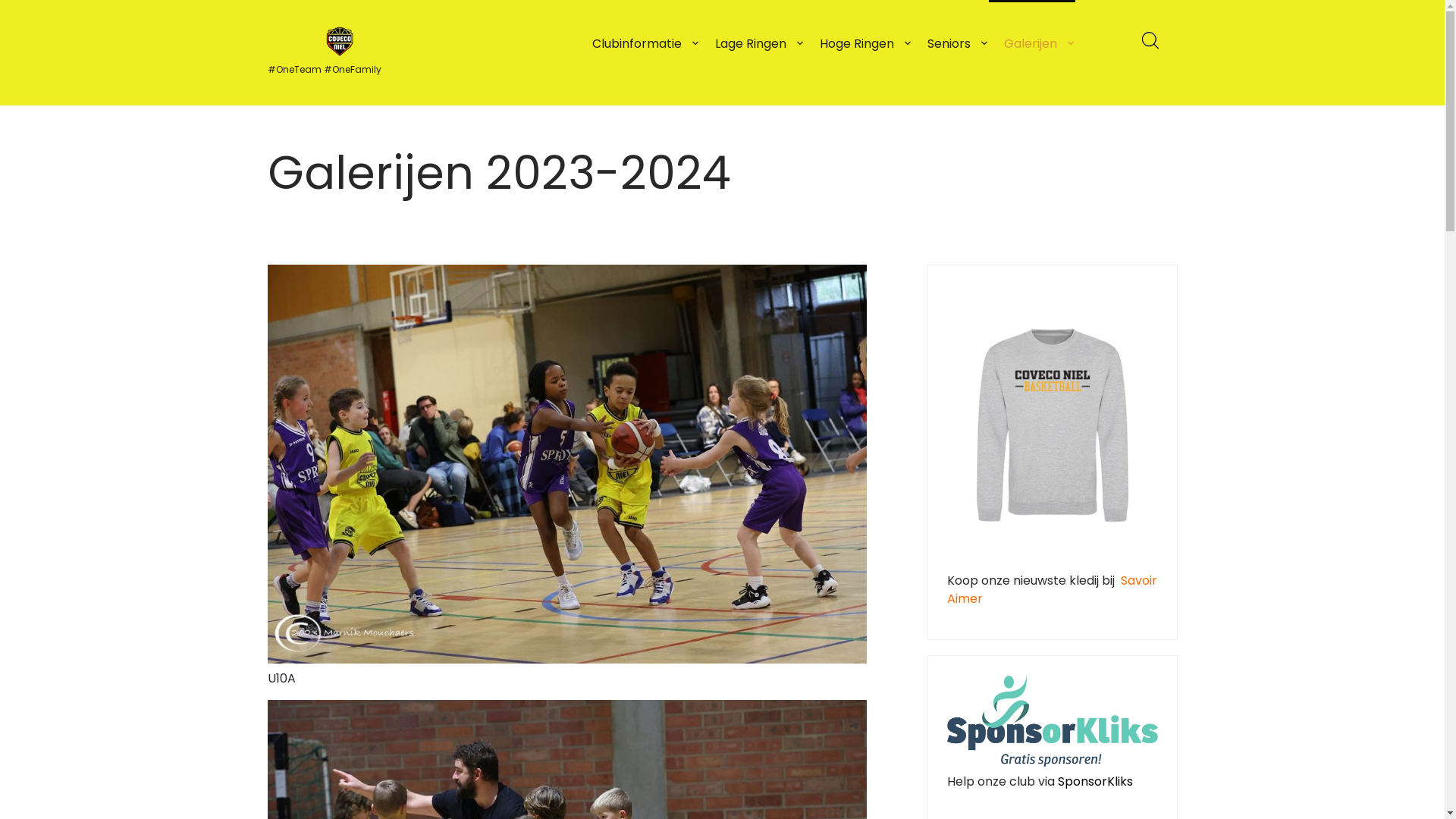 This screenshot has width=1456, height=819. Describe the element at coordinates (1031, 42) in the screenshot. I see `'Galerijen'` at that location.